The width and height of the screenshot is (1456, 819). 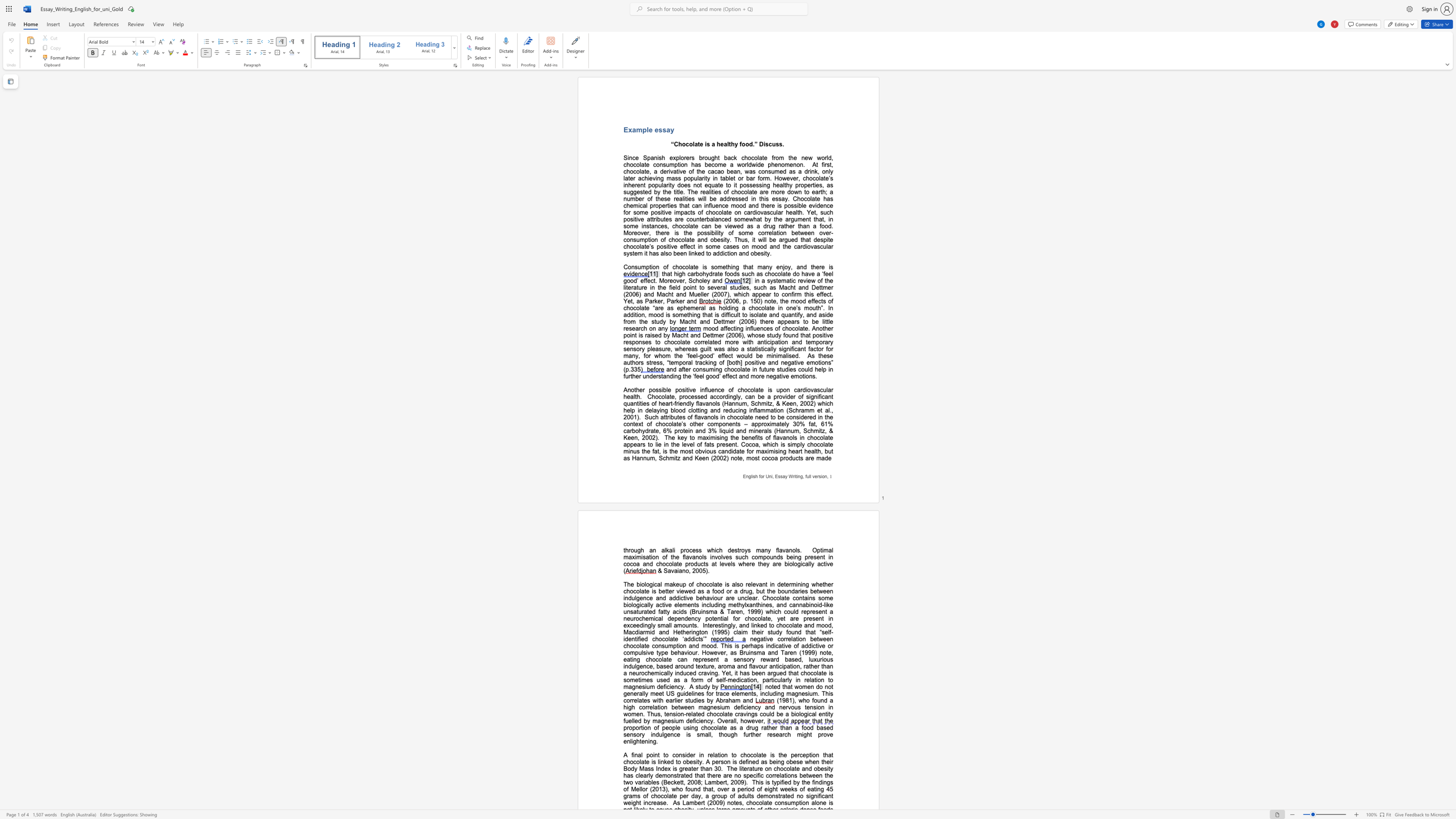 I want to click on the subset text "ps indi" within the text "perhaps indicative", so click(x=757, y=645).